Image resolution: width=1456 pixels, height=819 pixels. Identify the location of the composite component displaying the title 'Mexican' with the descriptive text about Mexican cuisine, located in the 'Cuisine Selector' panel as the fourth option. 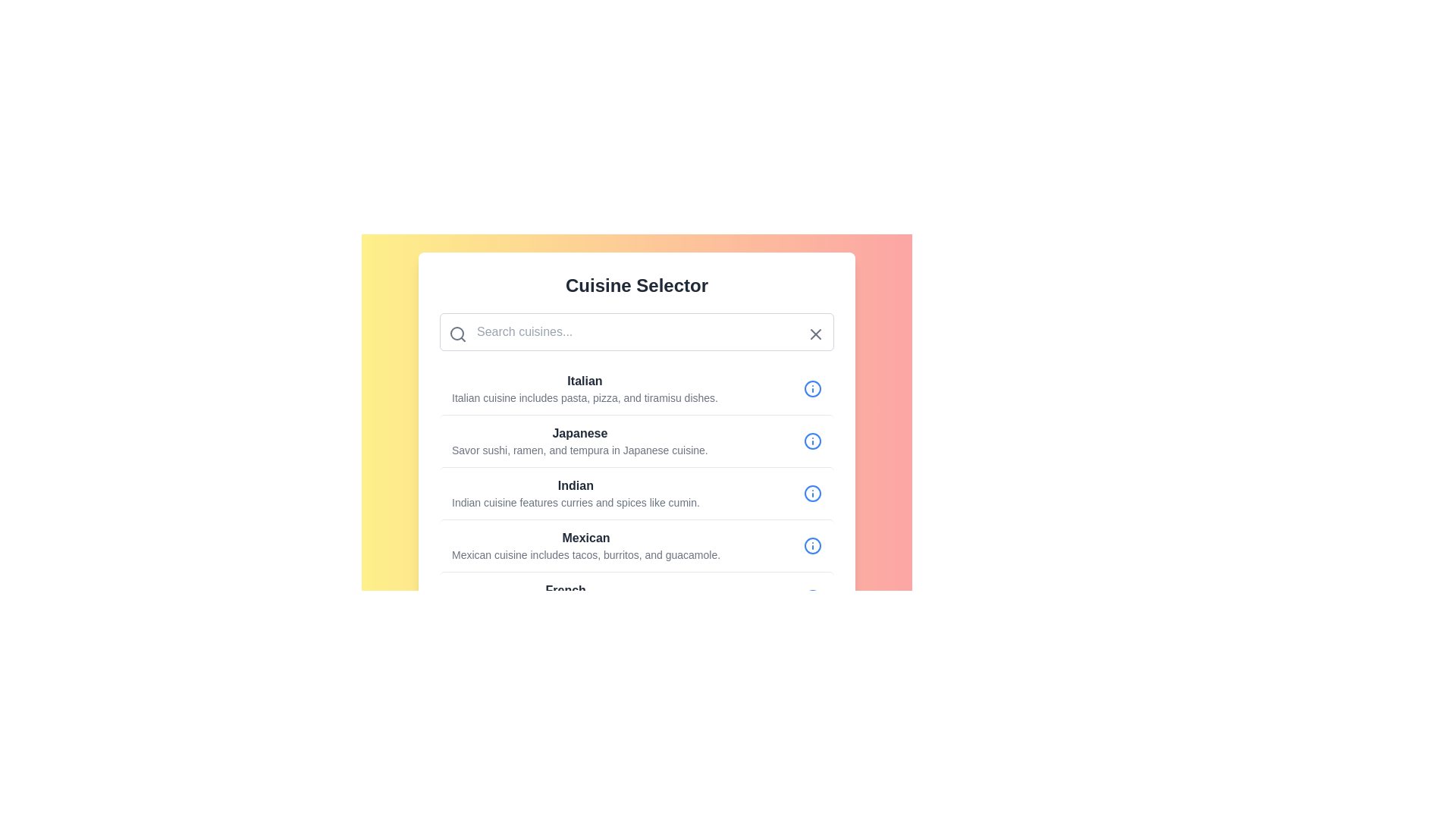
(585, 546).